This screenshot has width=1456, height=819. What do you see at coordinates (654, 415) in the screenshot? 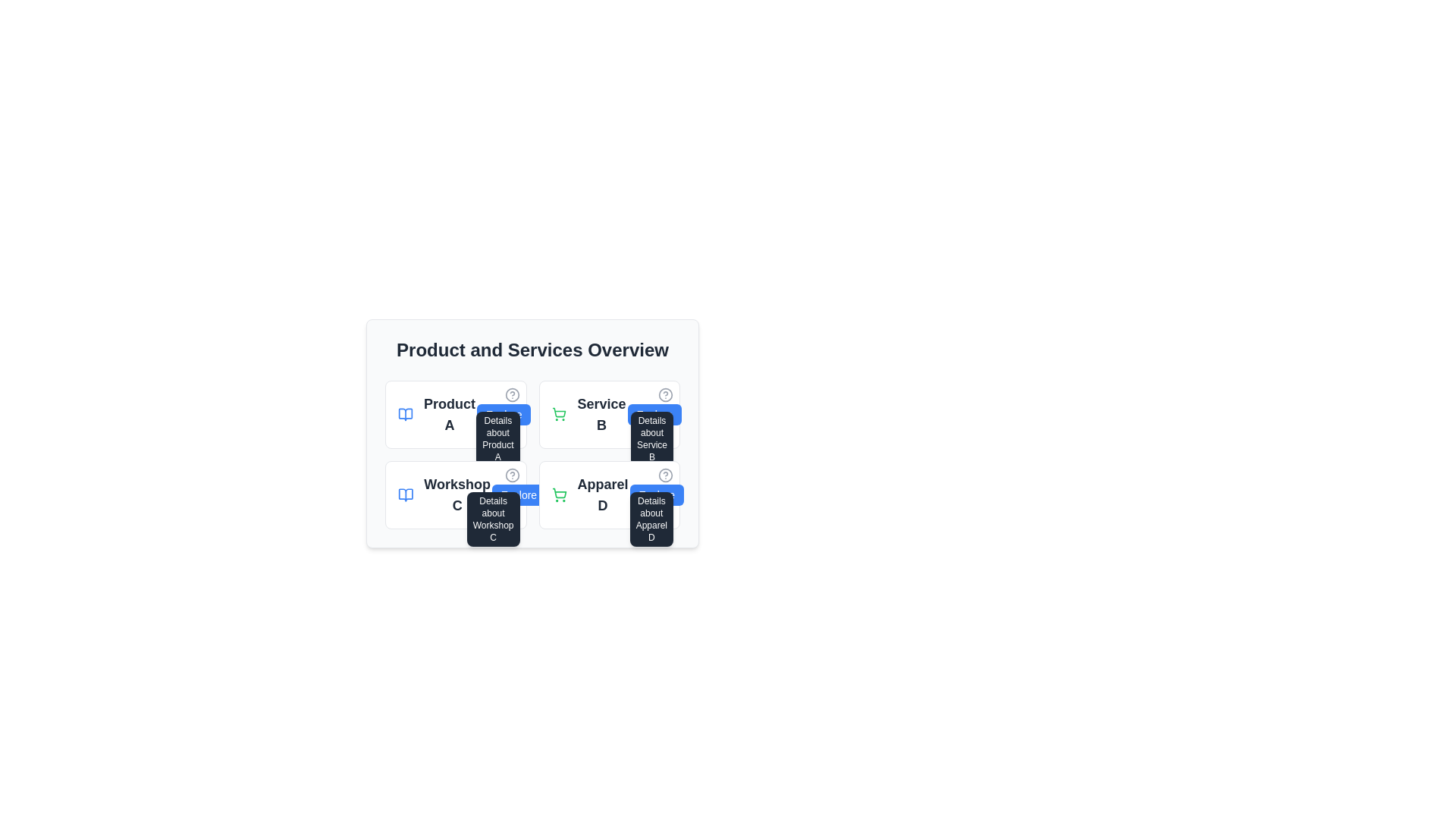
I see `the button located in the right section of the card labeled 'Service B' within the 'Product and Services Overview' grid` at bounding box center [654, 415].